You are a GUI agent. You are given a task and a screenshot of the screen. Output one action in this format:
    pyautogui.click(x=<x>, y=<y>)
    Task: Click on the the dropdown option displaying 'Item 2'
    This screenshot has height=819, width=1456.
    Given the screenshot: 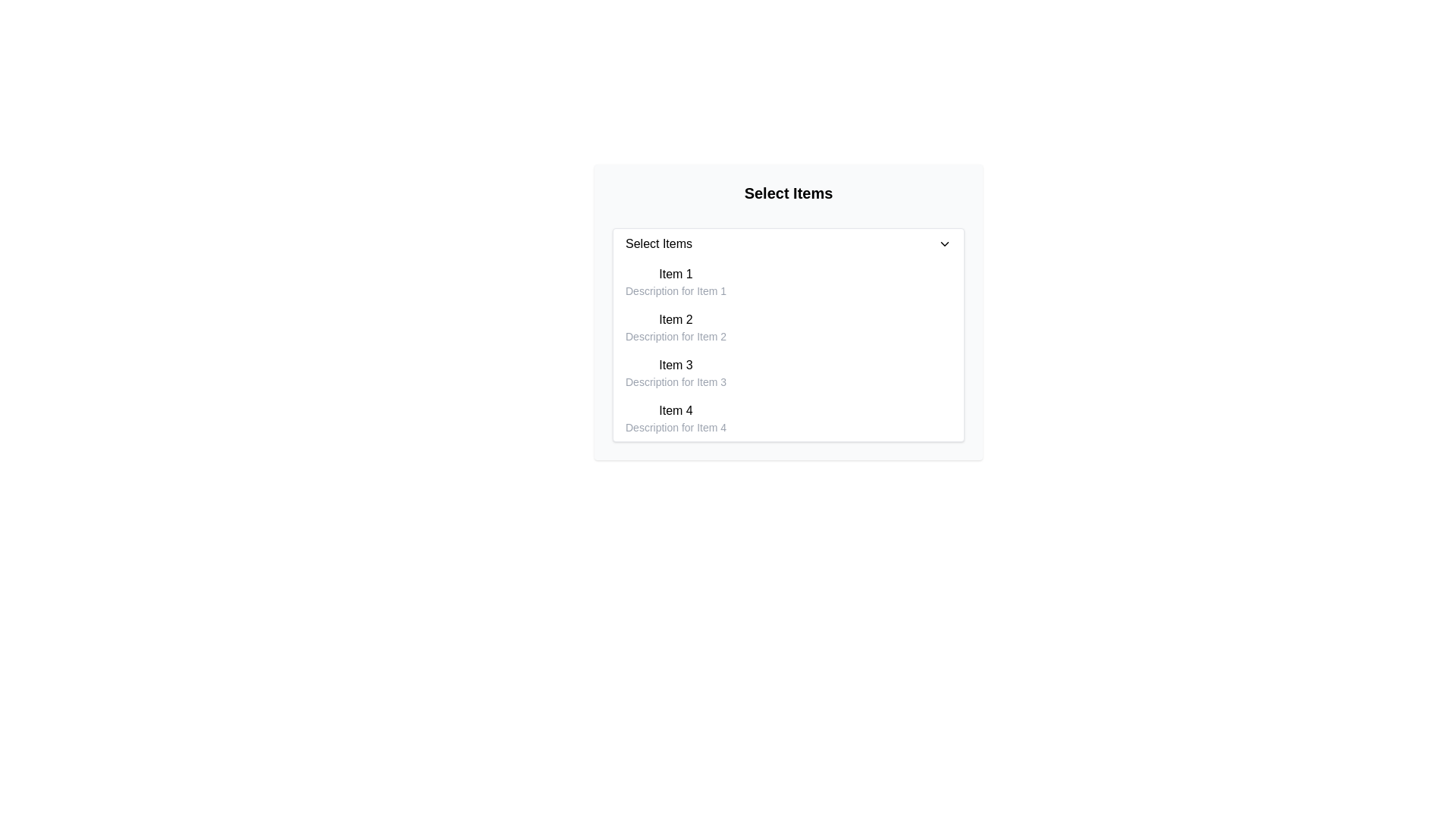 What is the action you would take?
    pyautogui.click(x=789, y=327)
    